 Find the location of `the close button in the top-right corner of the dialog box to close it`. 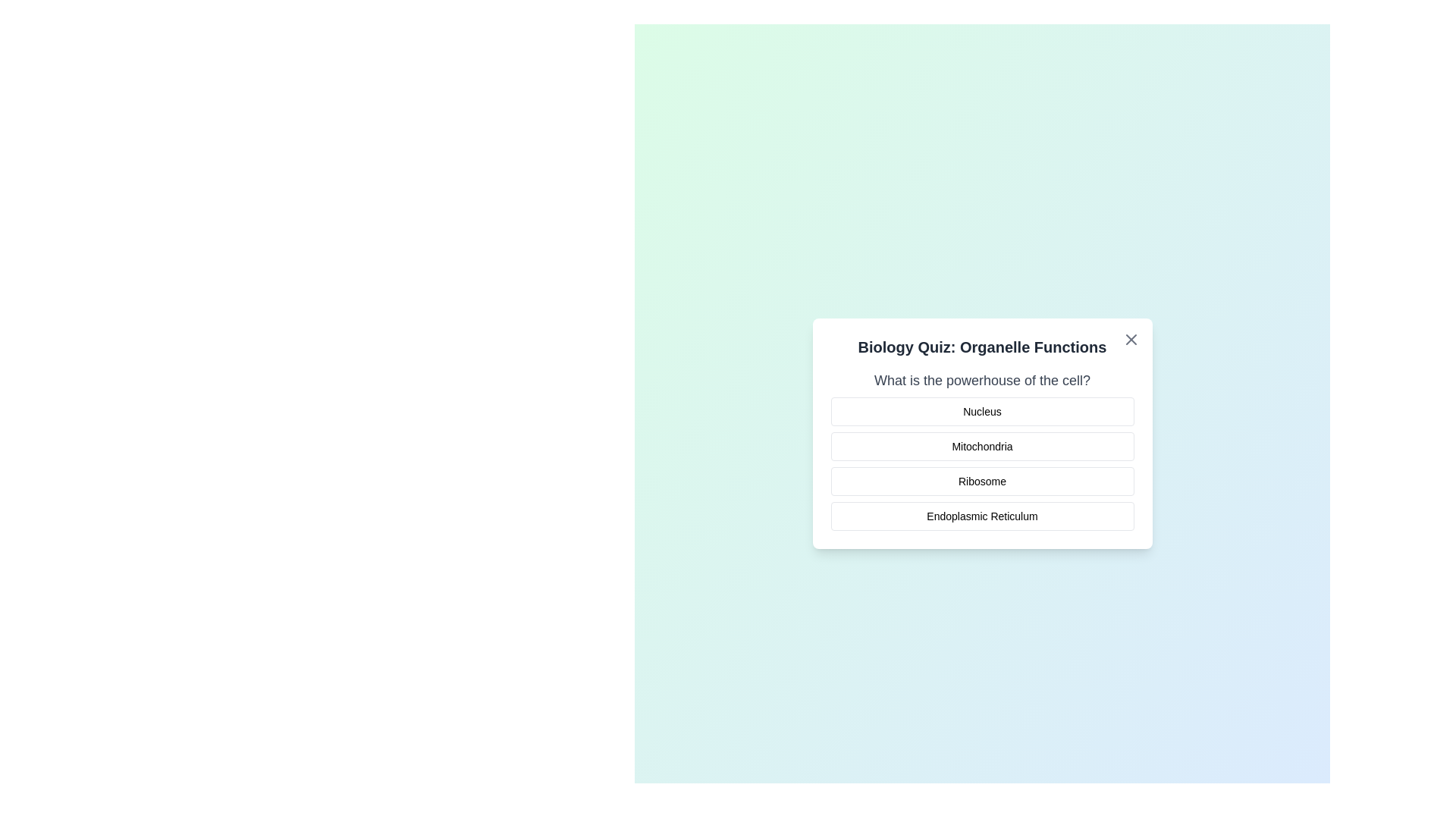

the close button in the top-right corner of the dialog box to close it is located at coordinates (1131, 338).